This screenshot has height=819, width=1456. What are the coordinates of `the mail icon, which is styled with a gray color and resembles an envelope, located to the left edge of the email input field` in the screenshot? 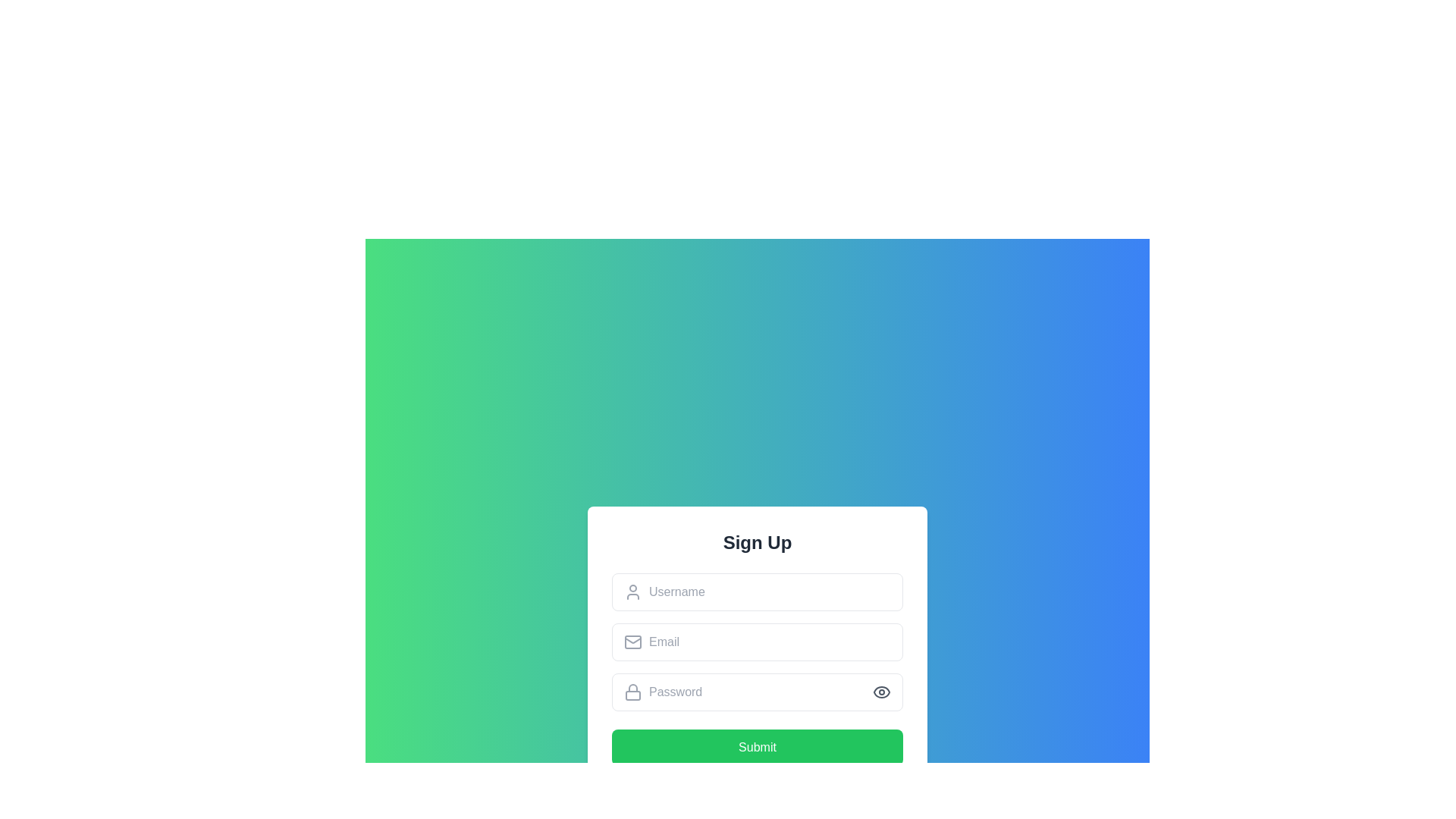 It's located at (633, 642).